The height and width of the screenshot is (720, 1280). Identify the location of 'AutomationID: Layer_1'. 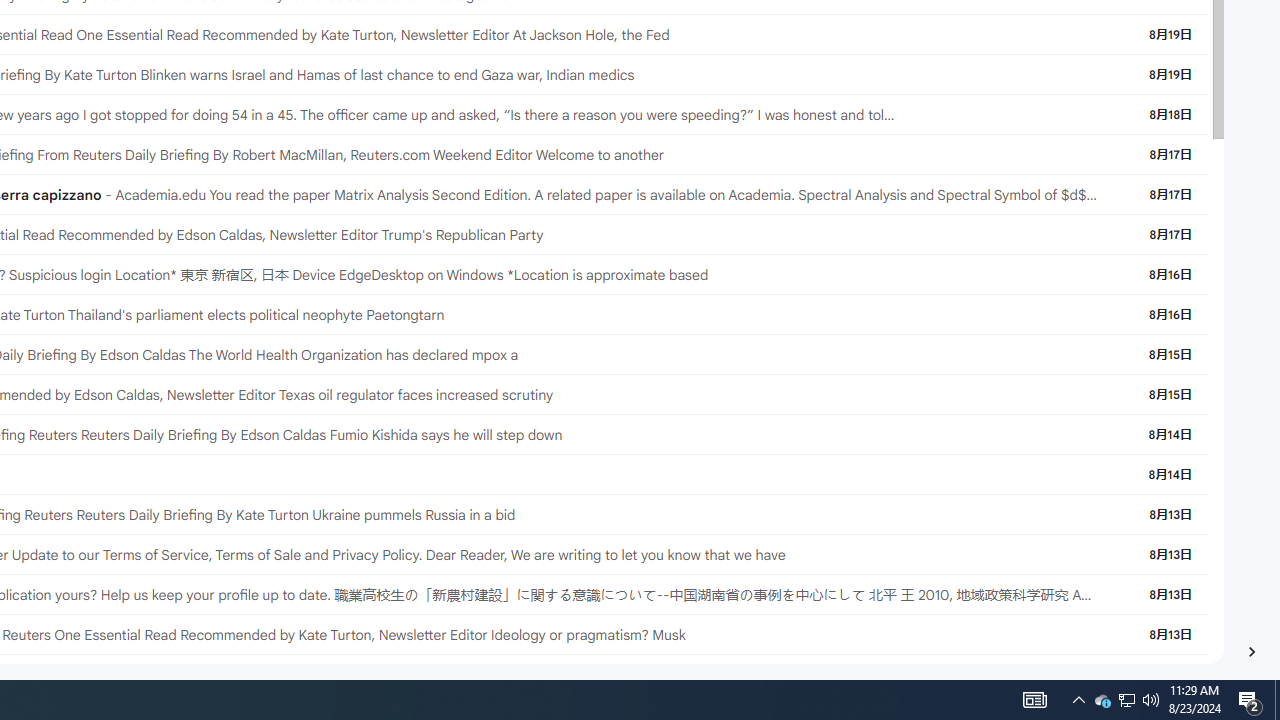
(1250, 651).